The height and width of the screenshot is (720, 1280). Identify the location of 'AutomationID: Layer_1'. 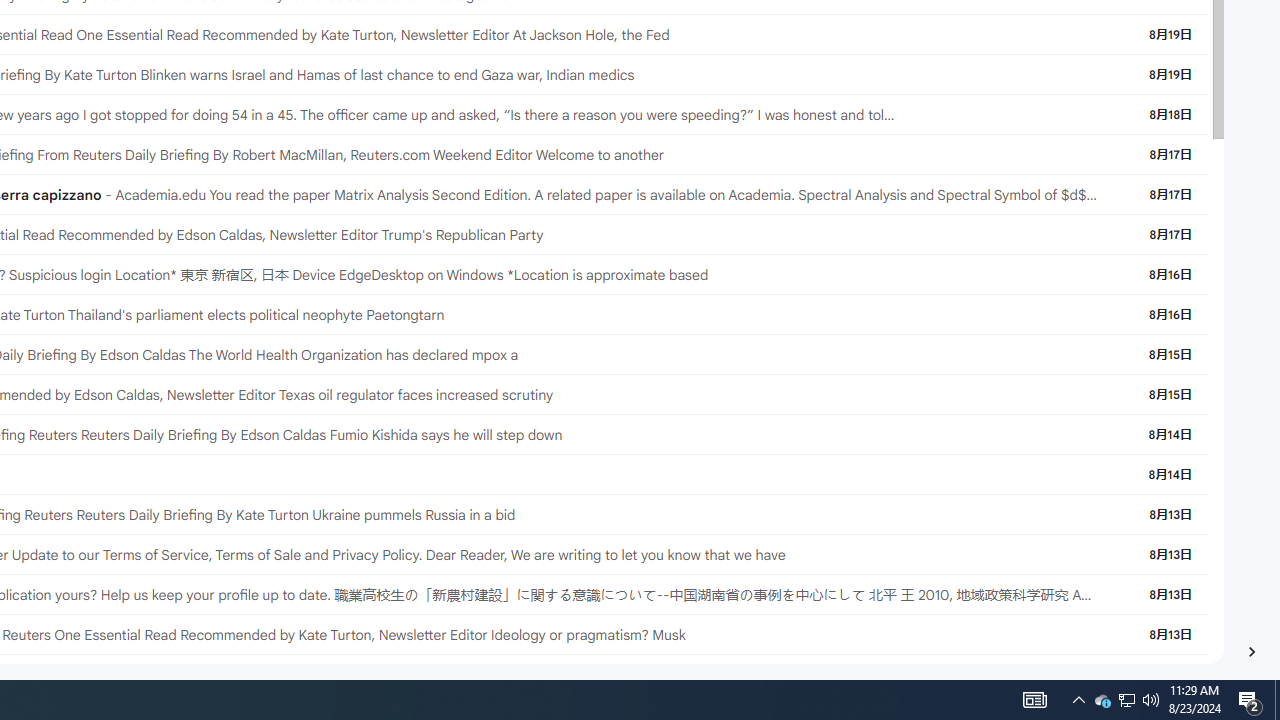
(1250, 651).